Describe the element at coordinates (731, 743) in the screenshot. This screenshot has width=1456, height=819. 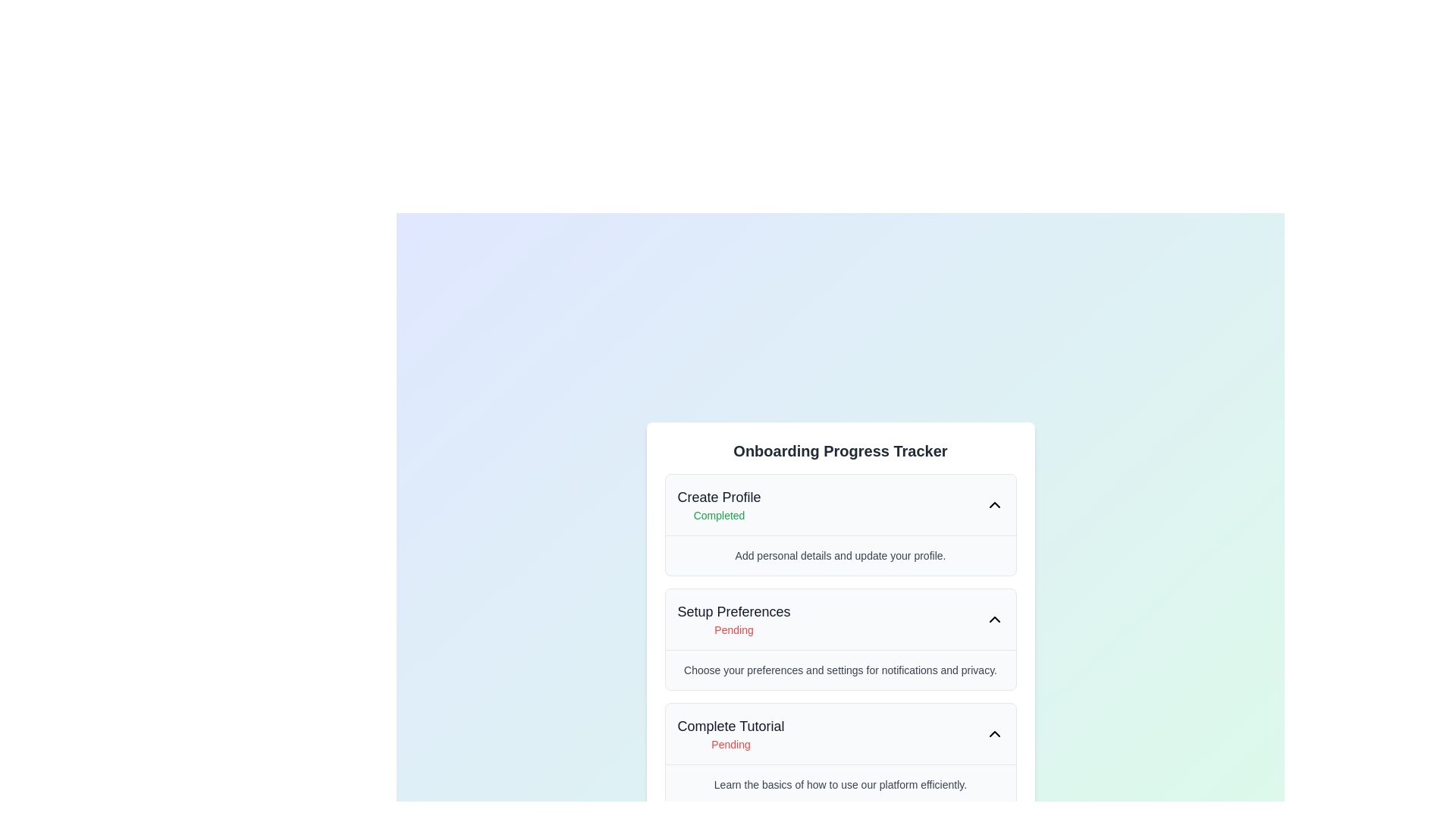
I see `the text label displaying 'Pending' in red color, which is positioned near the bottom of the 'Complete Tutorial' section in the Onboarding Progress Tracker interface` at that location.